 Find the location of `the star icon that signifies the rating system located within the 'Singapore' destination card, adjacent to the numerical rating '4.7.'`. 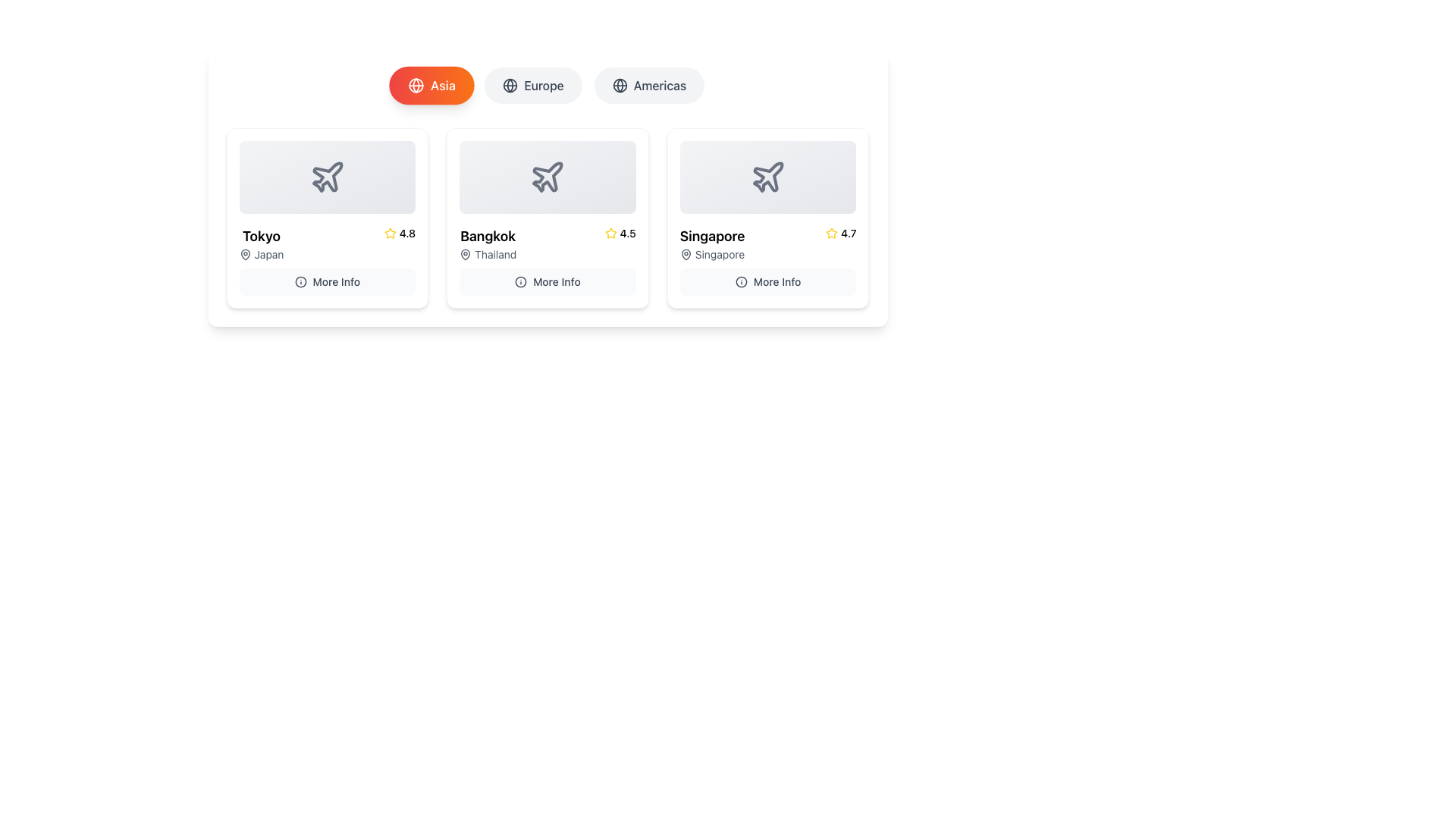

the star icon that signifies the rating system located within the 'Singapore' destination card, adjacent to the numerical rating '4.7.' is located at coordinates (831, 233).